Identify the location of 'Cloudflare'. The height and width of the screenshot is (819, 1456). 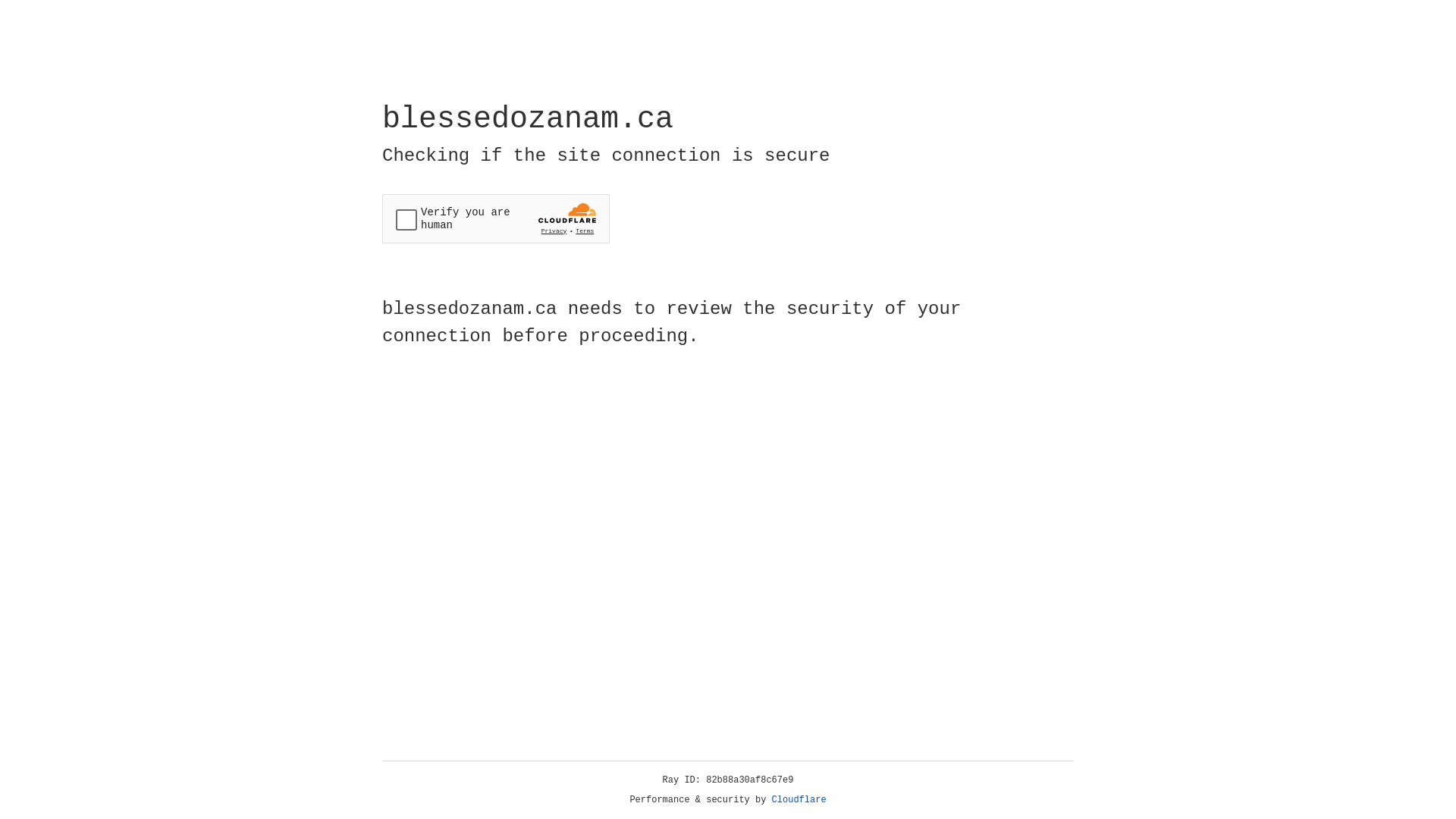
(799, 799).